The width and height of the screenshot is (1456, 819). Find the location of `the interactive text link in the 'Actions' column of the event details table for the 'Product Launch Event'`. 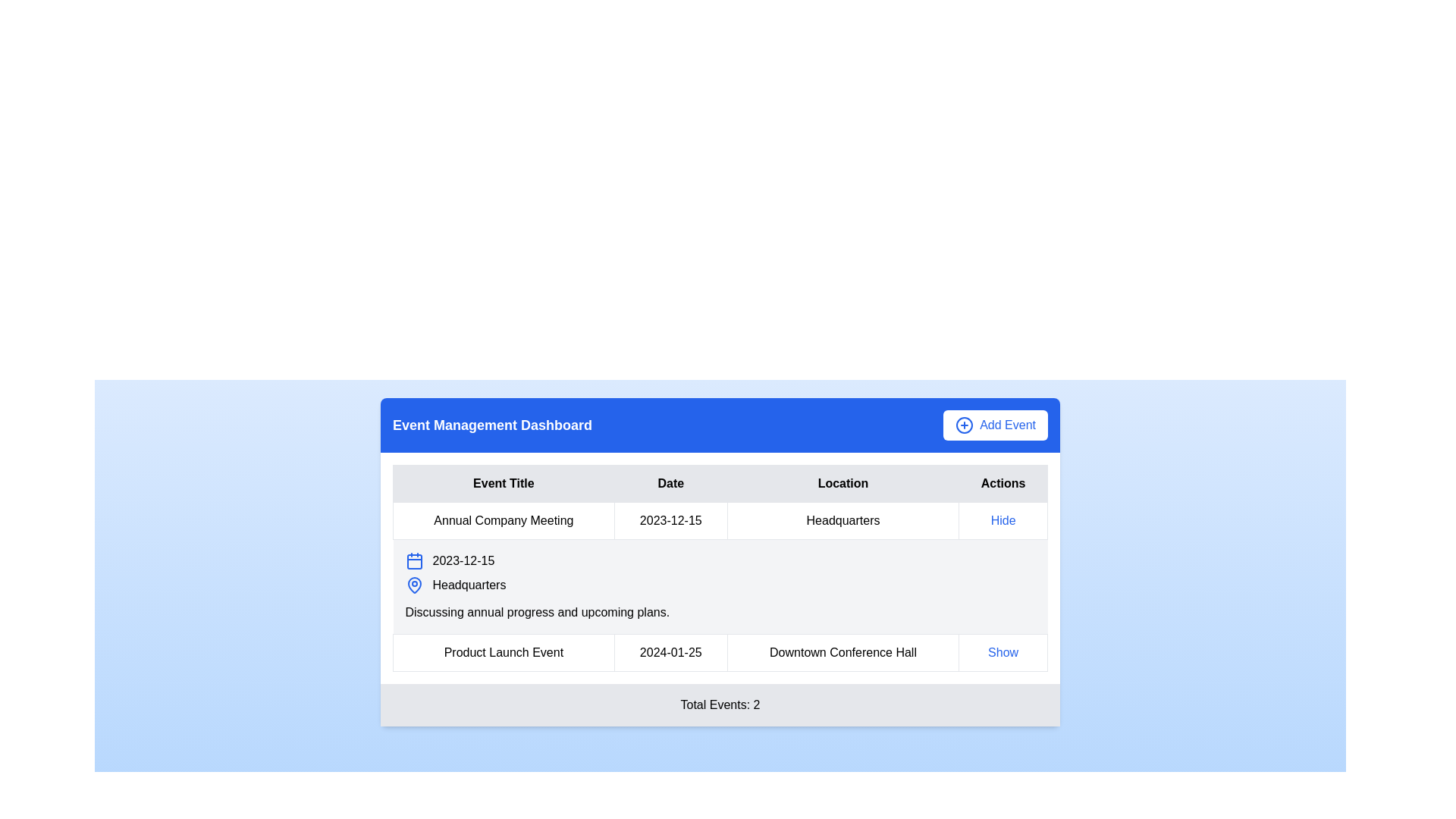

the interactive text link in the 'Actions' column of the event details table for the 'Product Launch Event' is located at coordinates (1003, 651).